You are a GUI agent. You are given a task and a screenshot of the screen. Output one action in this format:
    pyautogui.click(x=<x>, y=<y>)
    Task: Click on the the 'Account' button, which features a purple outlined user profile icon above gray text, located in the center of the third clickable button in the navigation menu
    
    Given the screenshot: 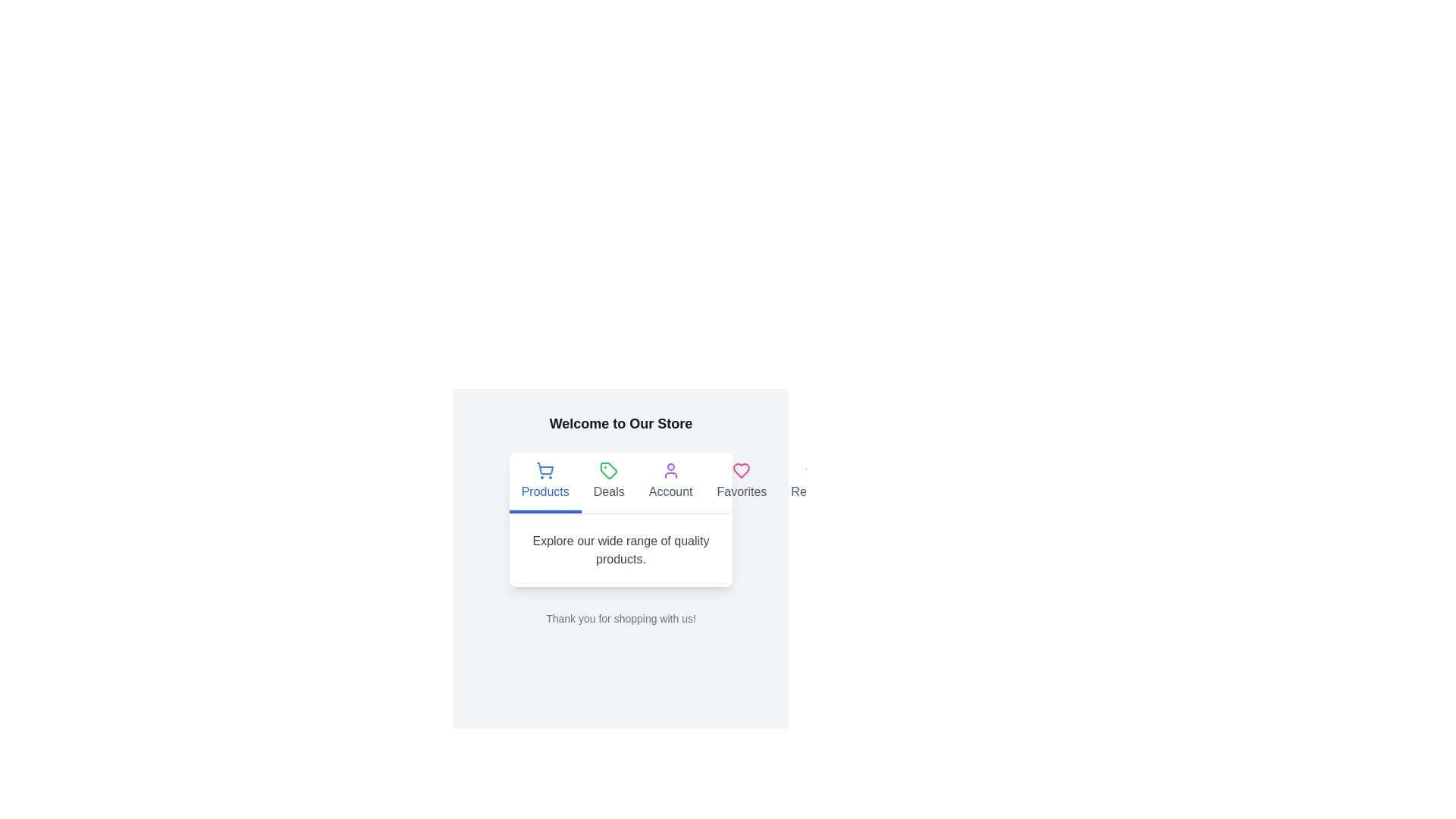 What is the action you would take?
    pyautogui.click(x=670, y=482)
    